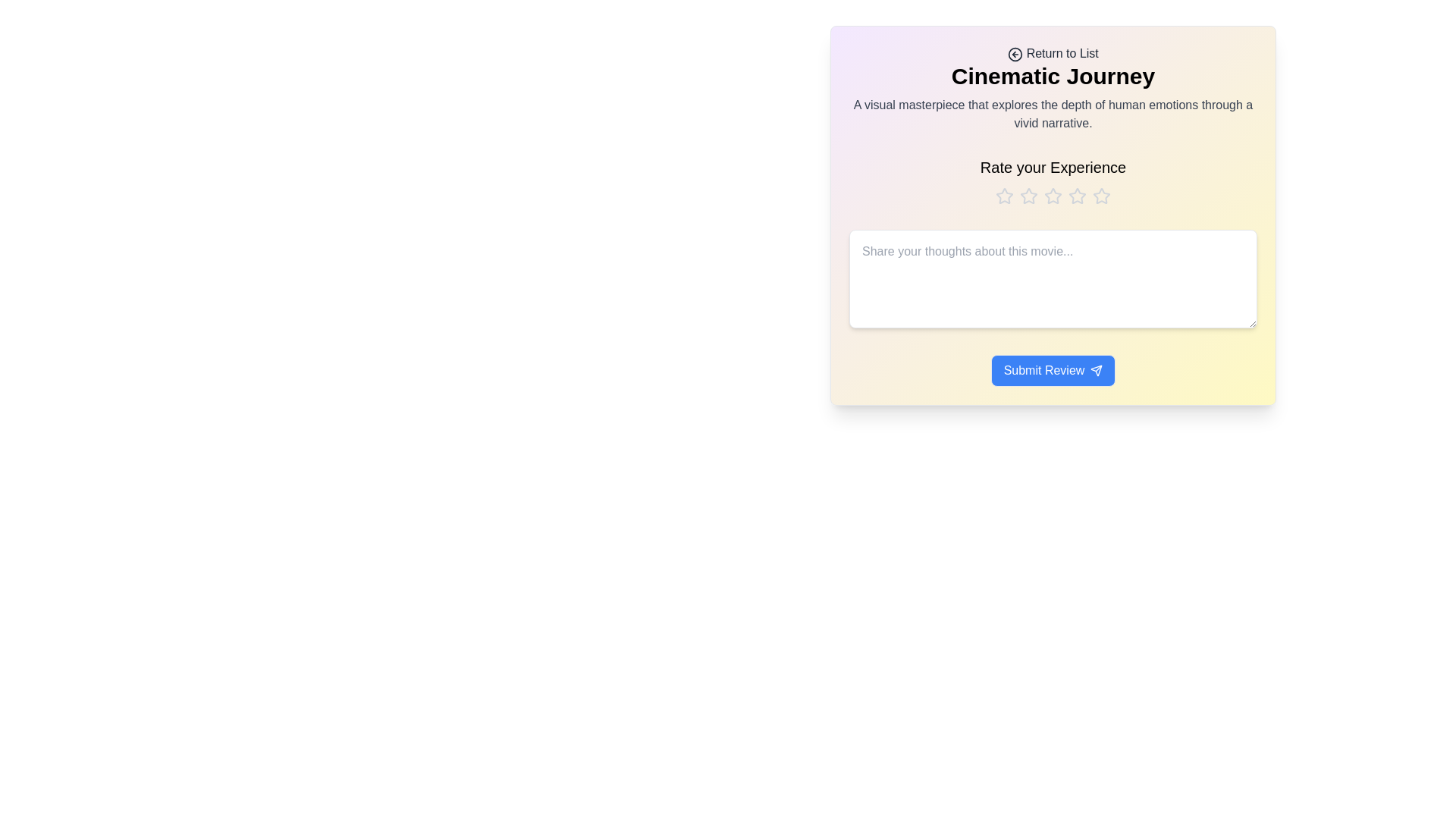 The height and width of the screenshot is (819, 1456). What do you see at coordinates (1052, 180) in the screenshot?
I see `the stars in the 'Rate your Experience' section` at bounding box center [1052, 180].